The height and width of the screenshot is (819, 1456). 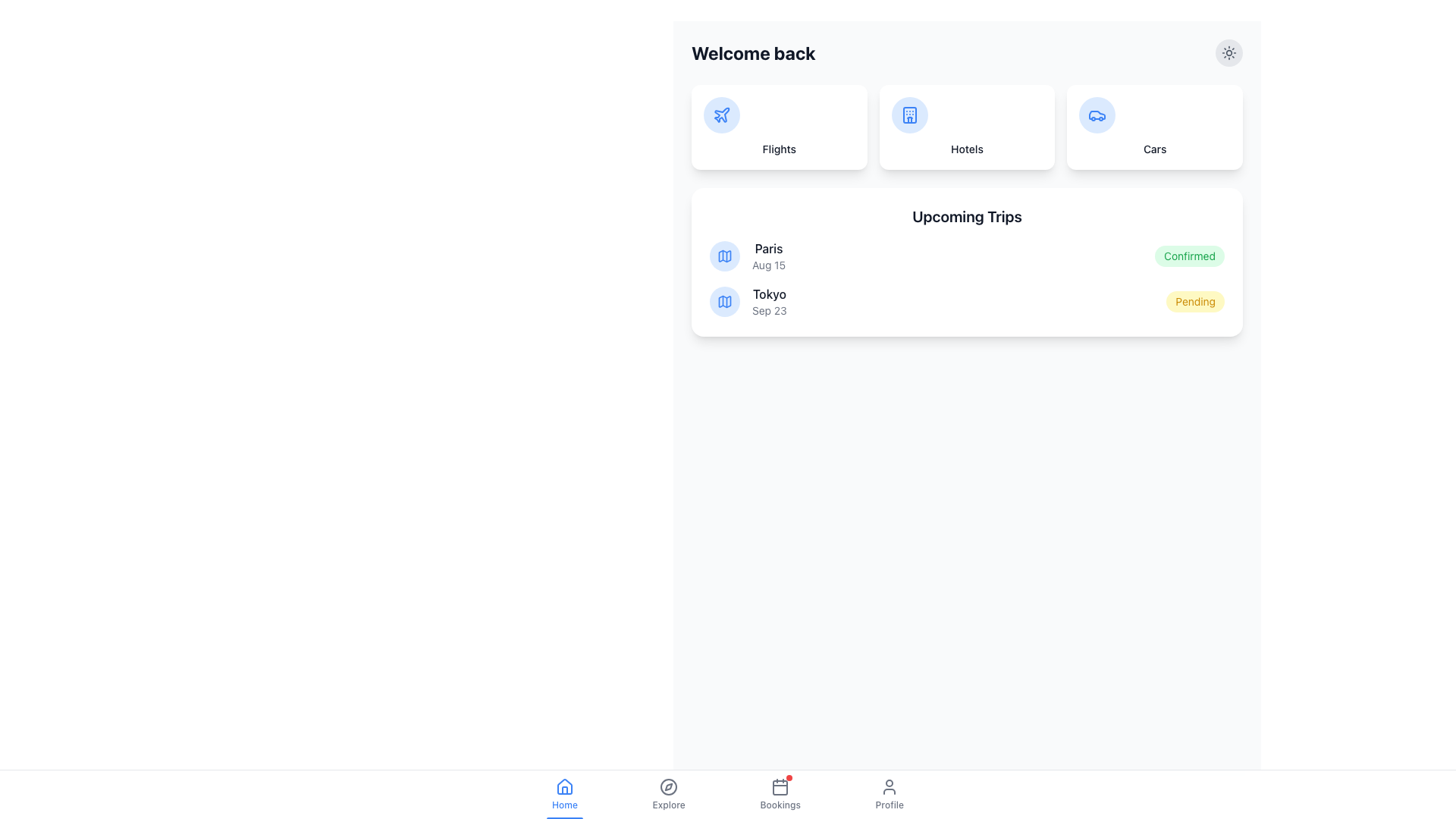 What do you see at coordinates (1097, 114) in the screenshot?
I see `the car icon button, which is styled in blue and located in the upper-right section of the 'Welcome back' panel, within the 'Cars' card` at bounding box center [1097, 114].